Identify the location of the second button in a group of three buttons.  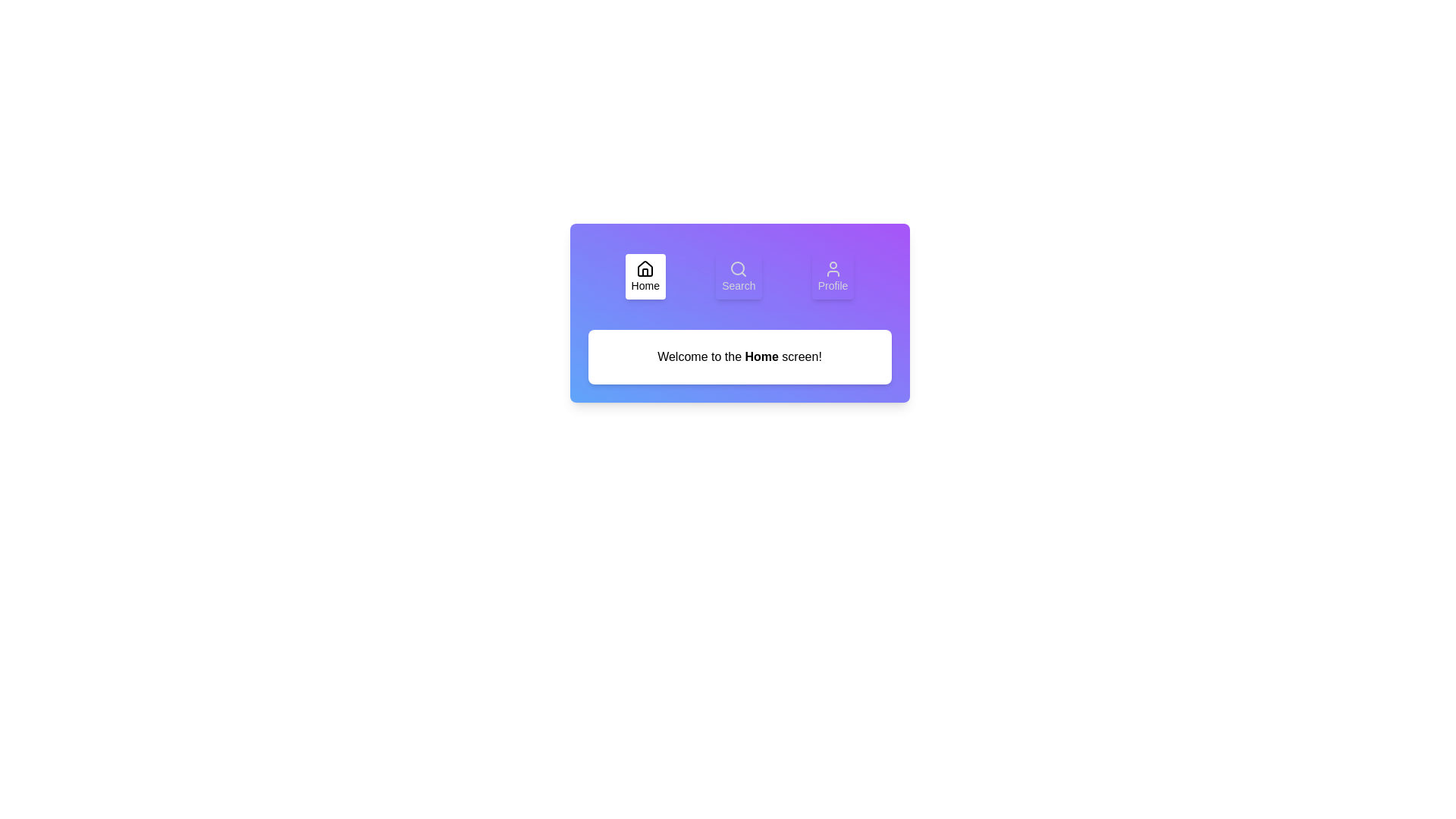
(739, 277).